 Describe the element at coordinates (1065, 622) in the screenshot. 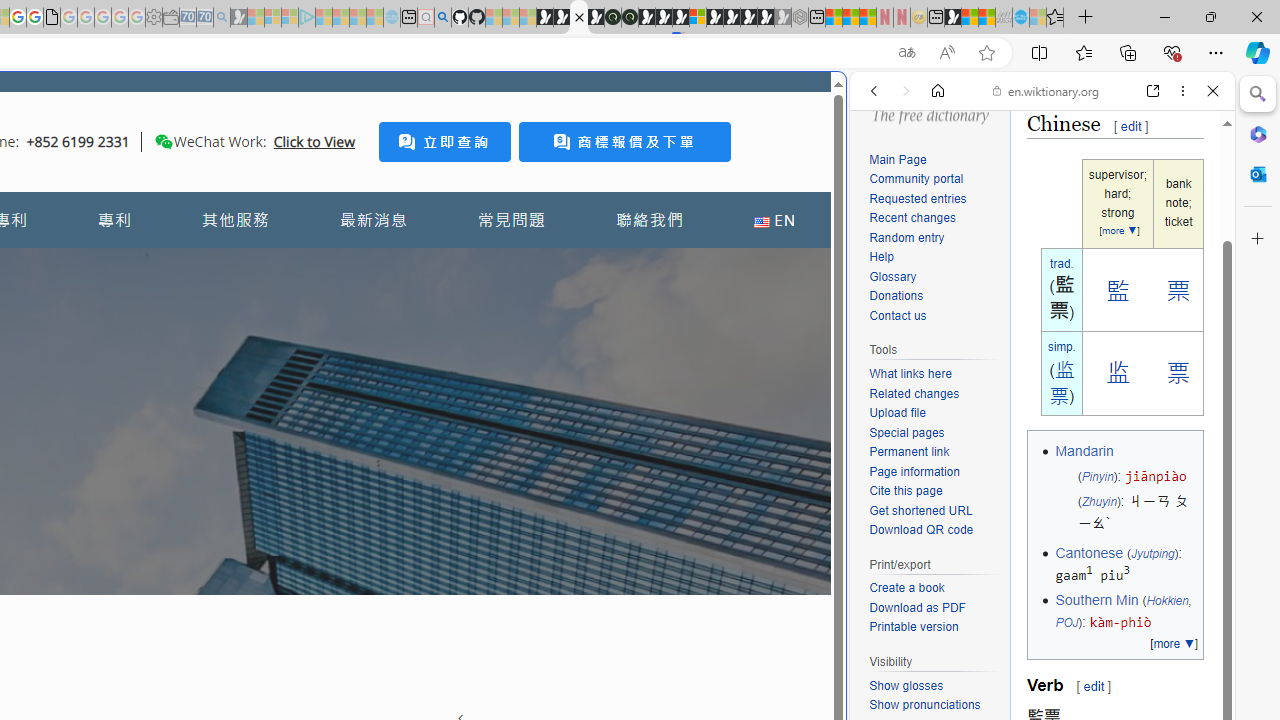

I see `'POJ'` at that location.